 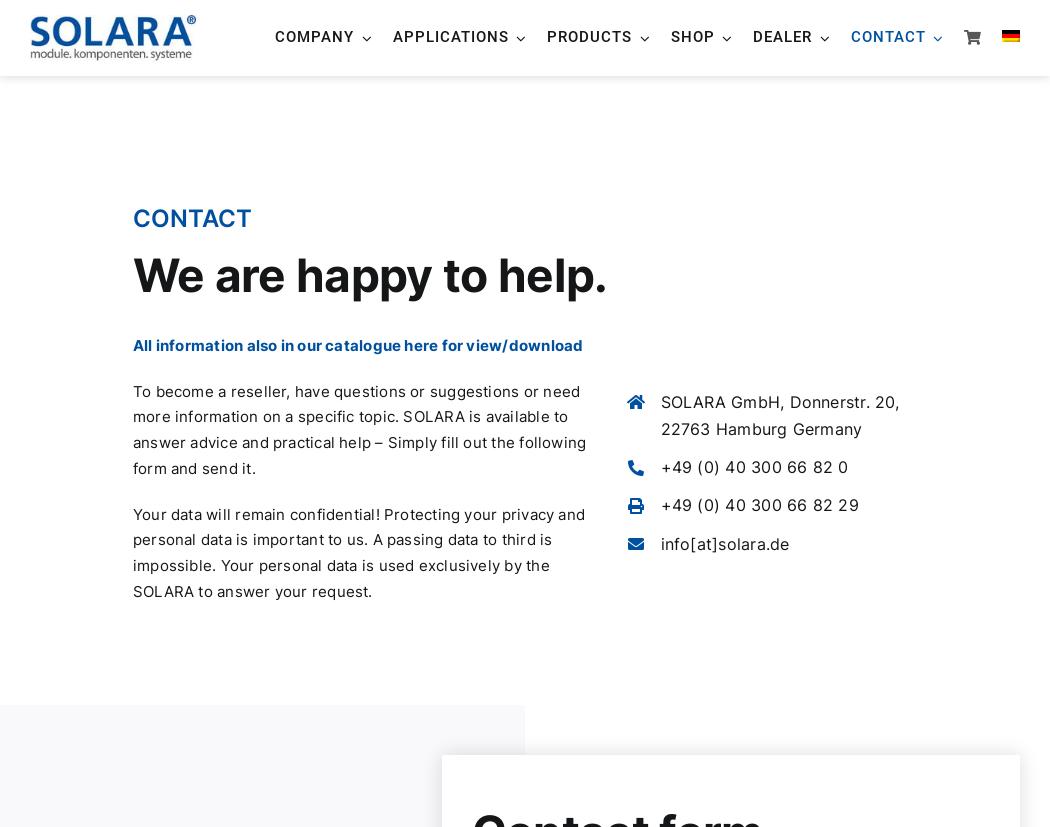 I want to click on 'Industry', so click(x=451, y=316).